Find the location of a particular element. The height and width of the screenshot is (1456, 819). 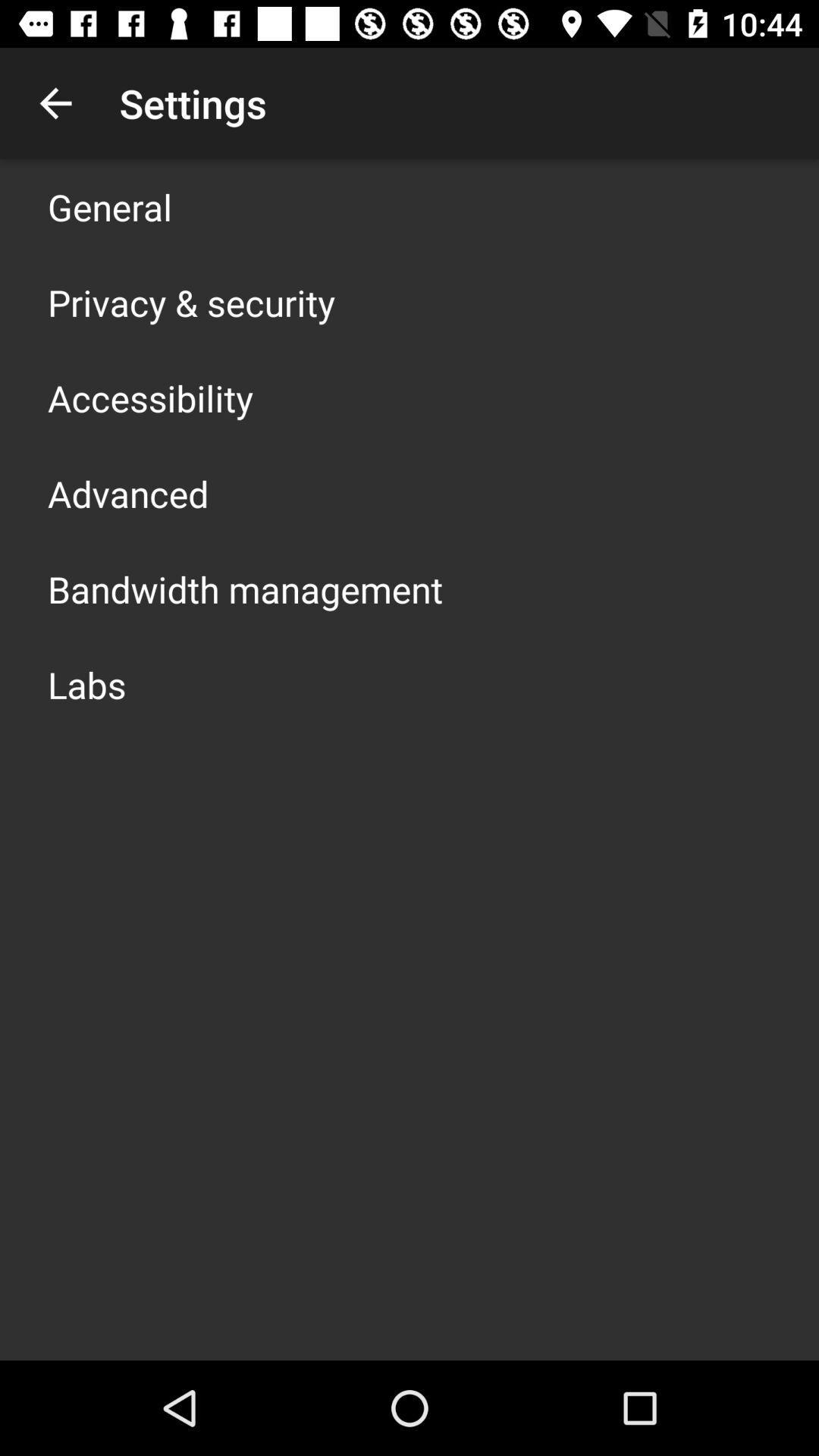

the icon below bandwidth management item is located at coordinates (86, 683).